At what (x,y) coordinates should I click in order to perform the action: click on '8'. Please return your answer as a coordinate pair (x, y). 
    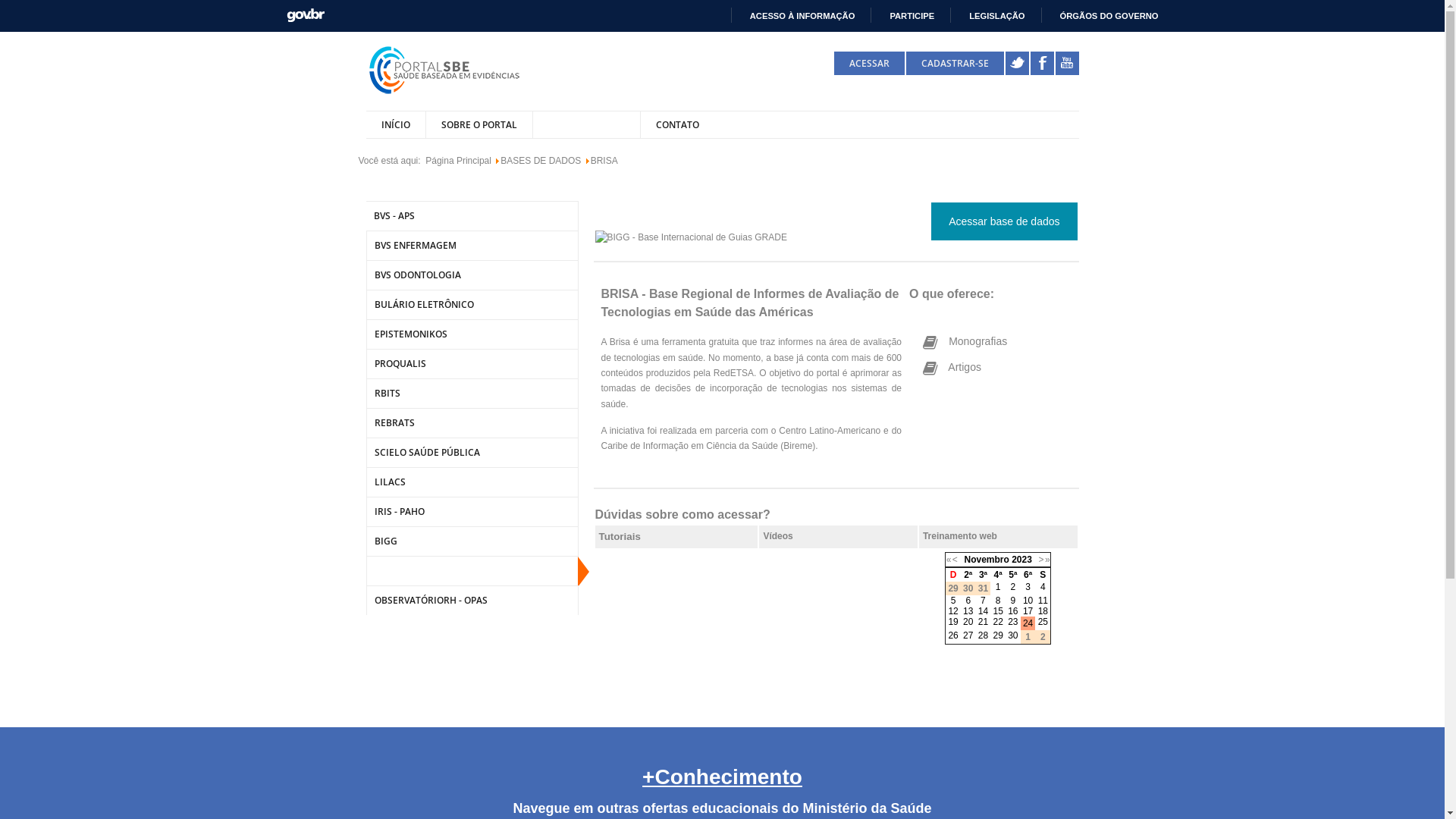
    Looking at the image, I should click on (998, 599).